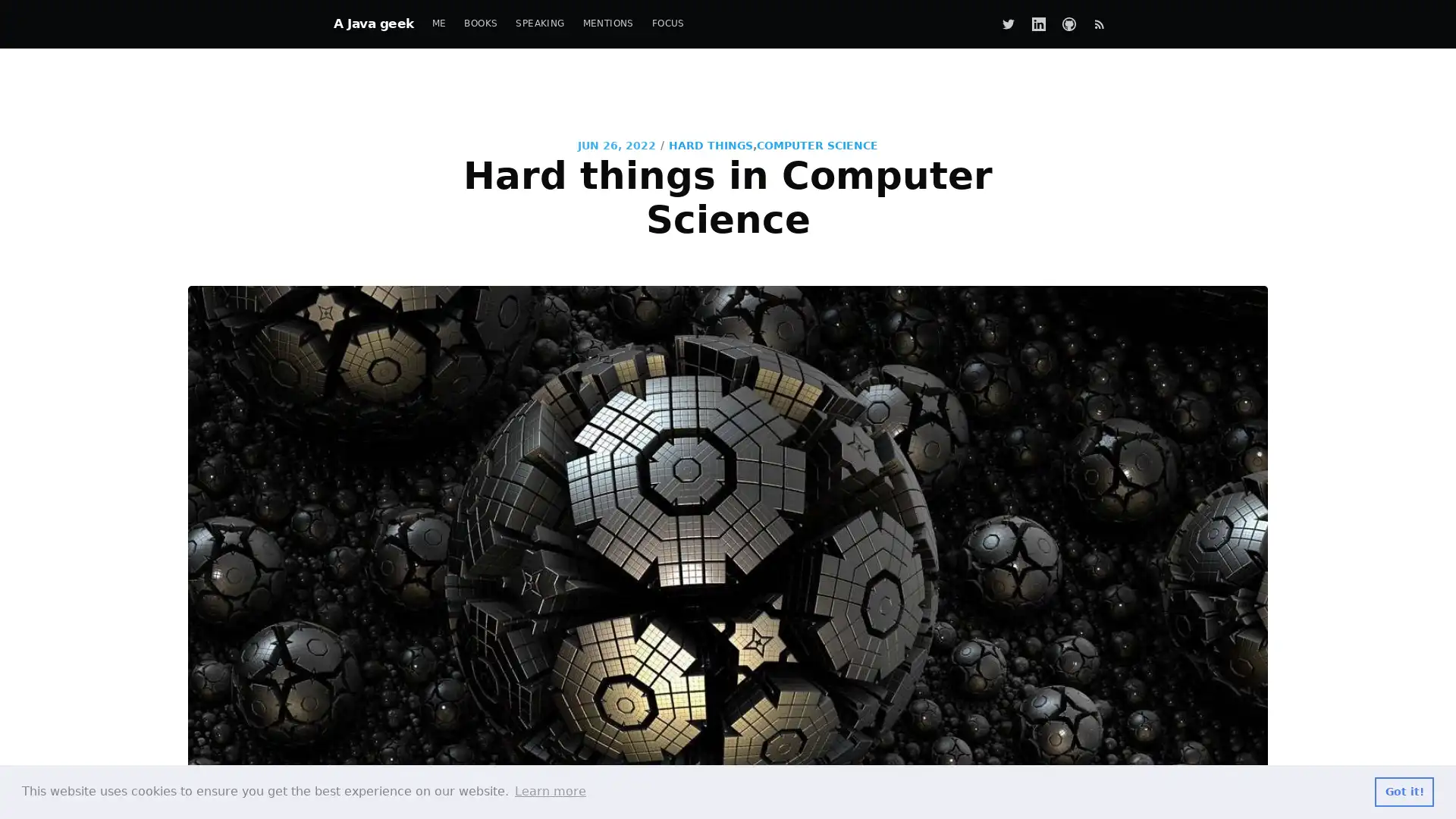  I want to click on dismiss cookie message, so click(1404, 791).